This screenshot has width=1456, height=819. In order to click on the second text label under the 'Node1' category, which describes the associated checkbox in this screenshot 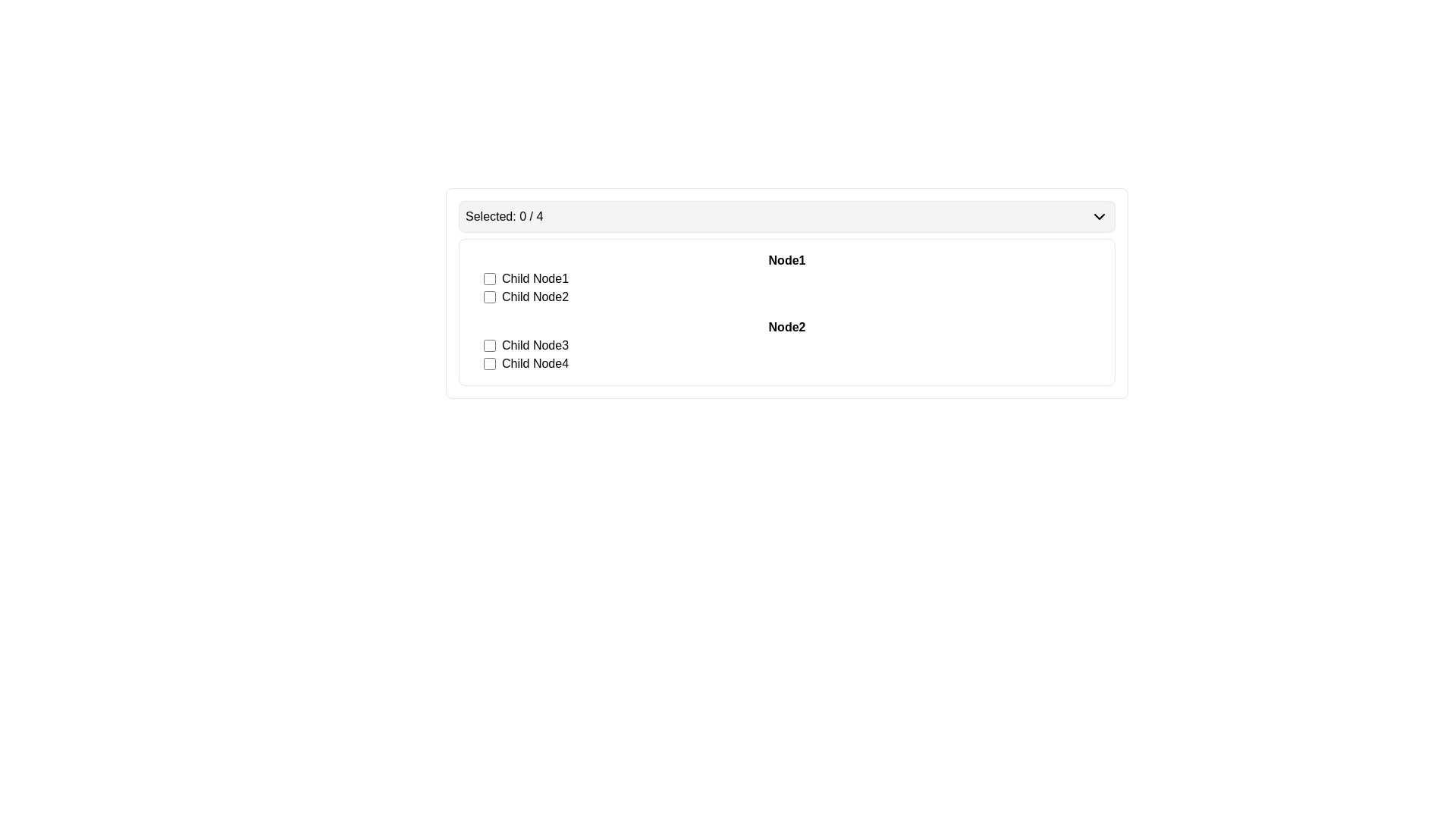, I will do `click(535, 297)`.